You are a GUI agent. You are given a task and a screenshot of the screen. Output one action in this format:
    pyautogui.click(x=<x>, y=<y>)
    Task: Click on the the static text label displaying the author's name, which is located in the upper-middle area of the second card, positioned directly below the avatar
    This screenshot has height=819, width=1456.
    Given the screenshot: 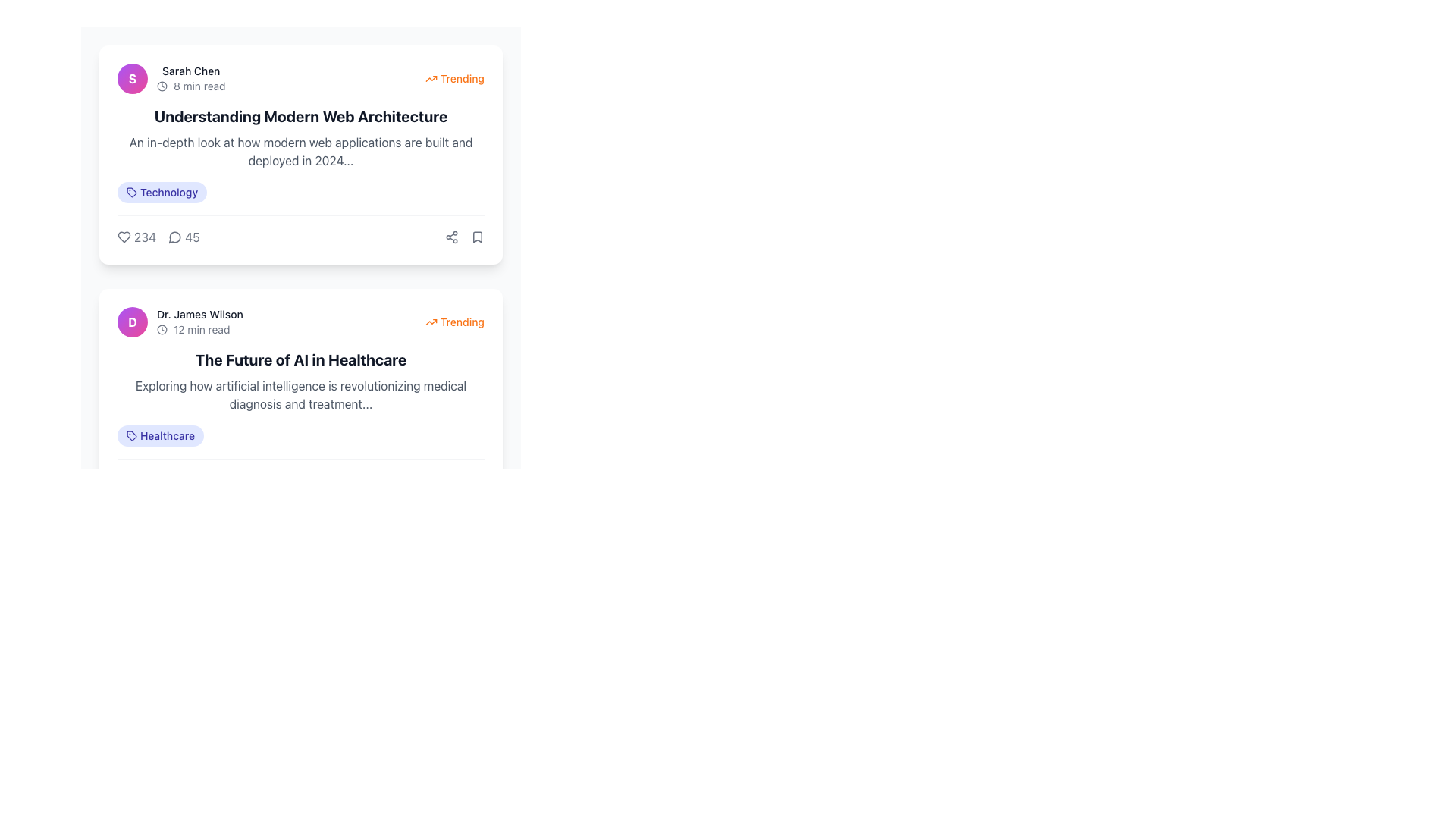 What is the action you would take?
    pyautogui.click(x=199, y=314)
    